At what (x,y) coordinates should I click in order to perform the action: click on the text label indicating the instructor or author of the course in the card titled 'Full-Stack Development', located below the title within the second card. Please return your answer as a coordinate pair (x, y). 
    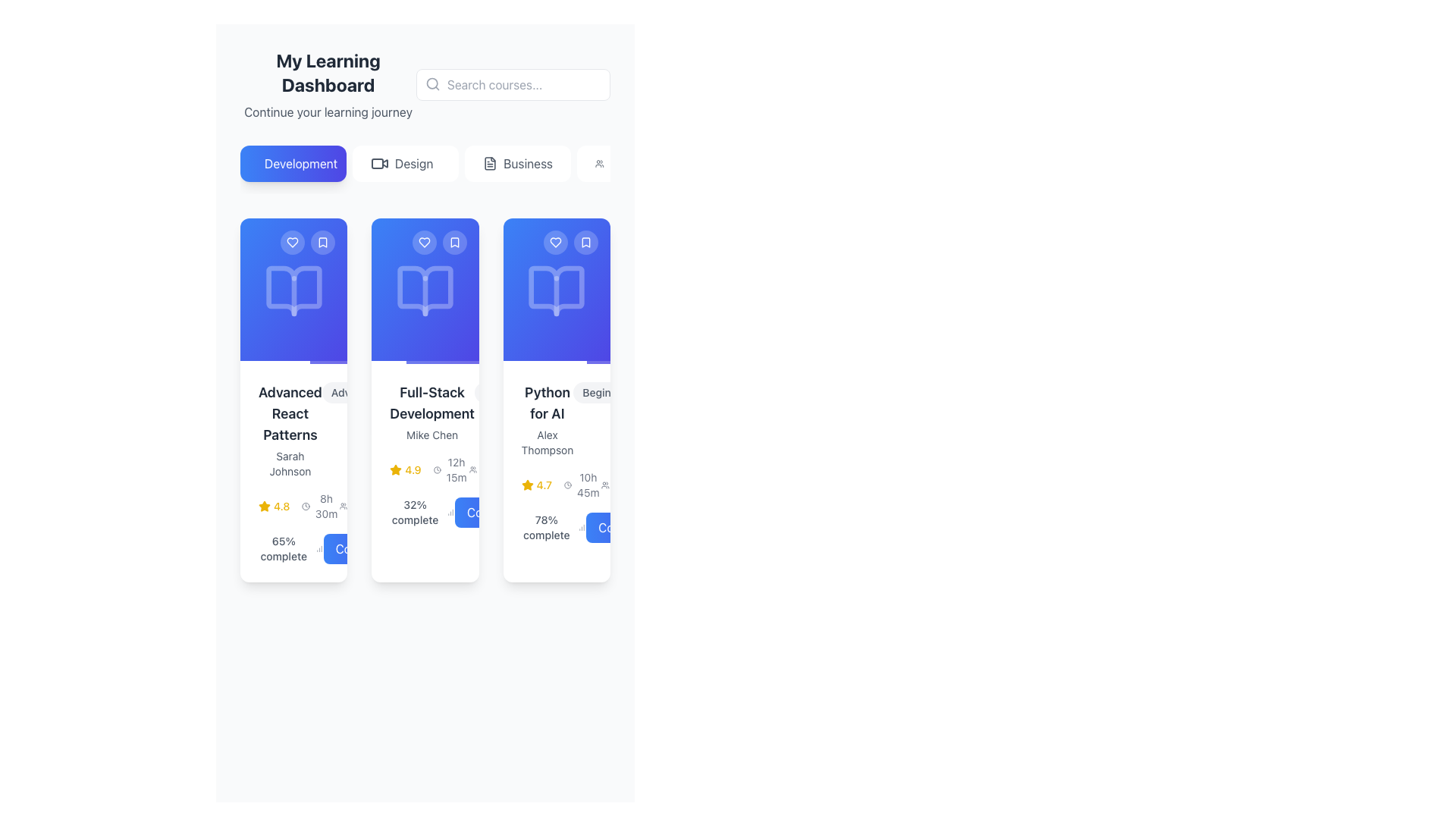
    Looking at the image, I should click on (431, 435).